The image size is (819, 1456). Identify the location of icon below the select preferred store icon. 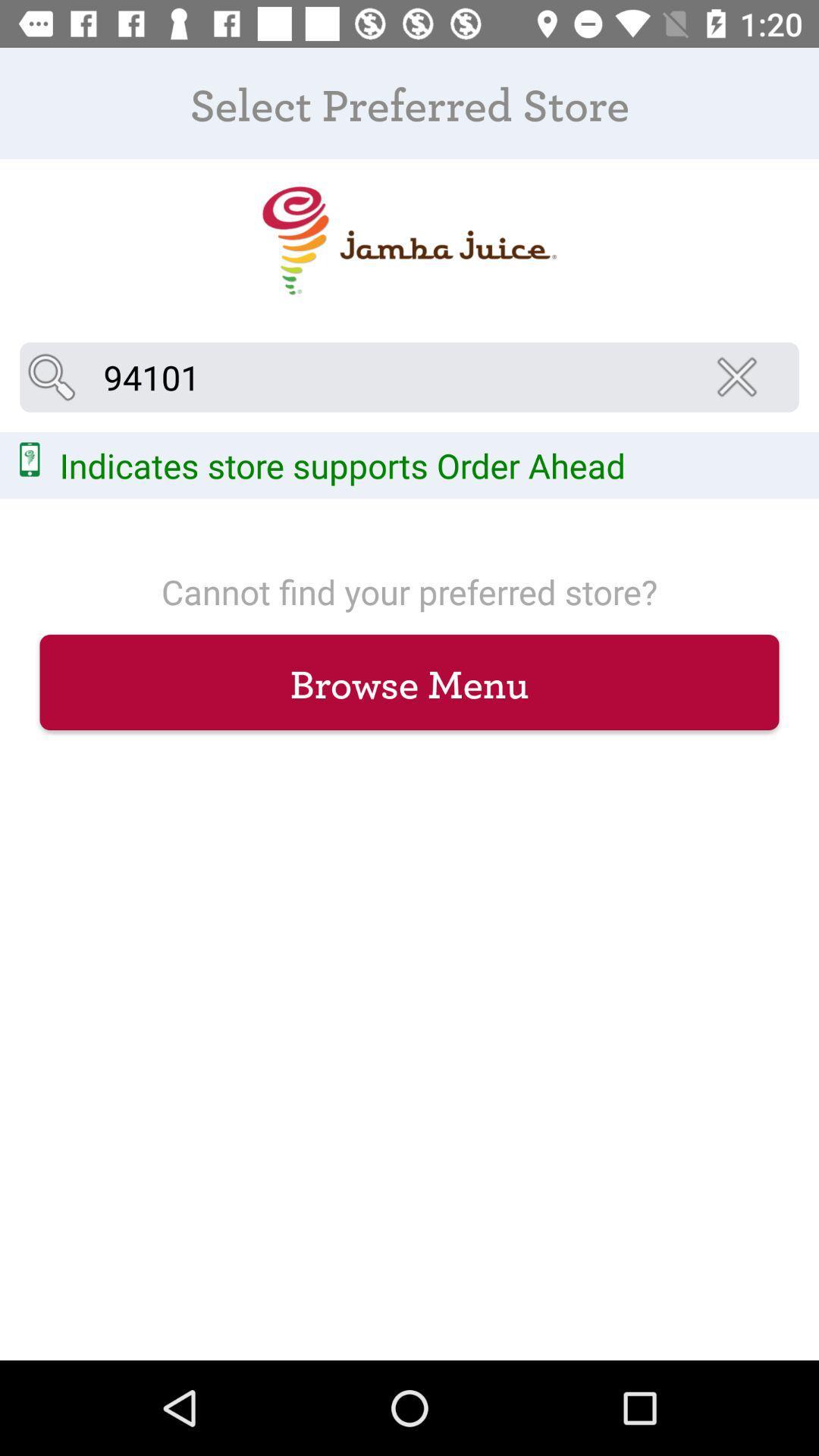
(408, 240).